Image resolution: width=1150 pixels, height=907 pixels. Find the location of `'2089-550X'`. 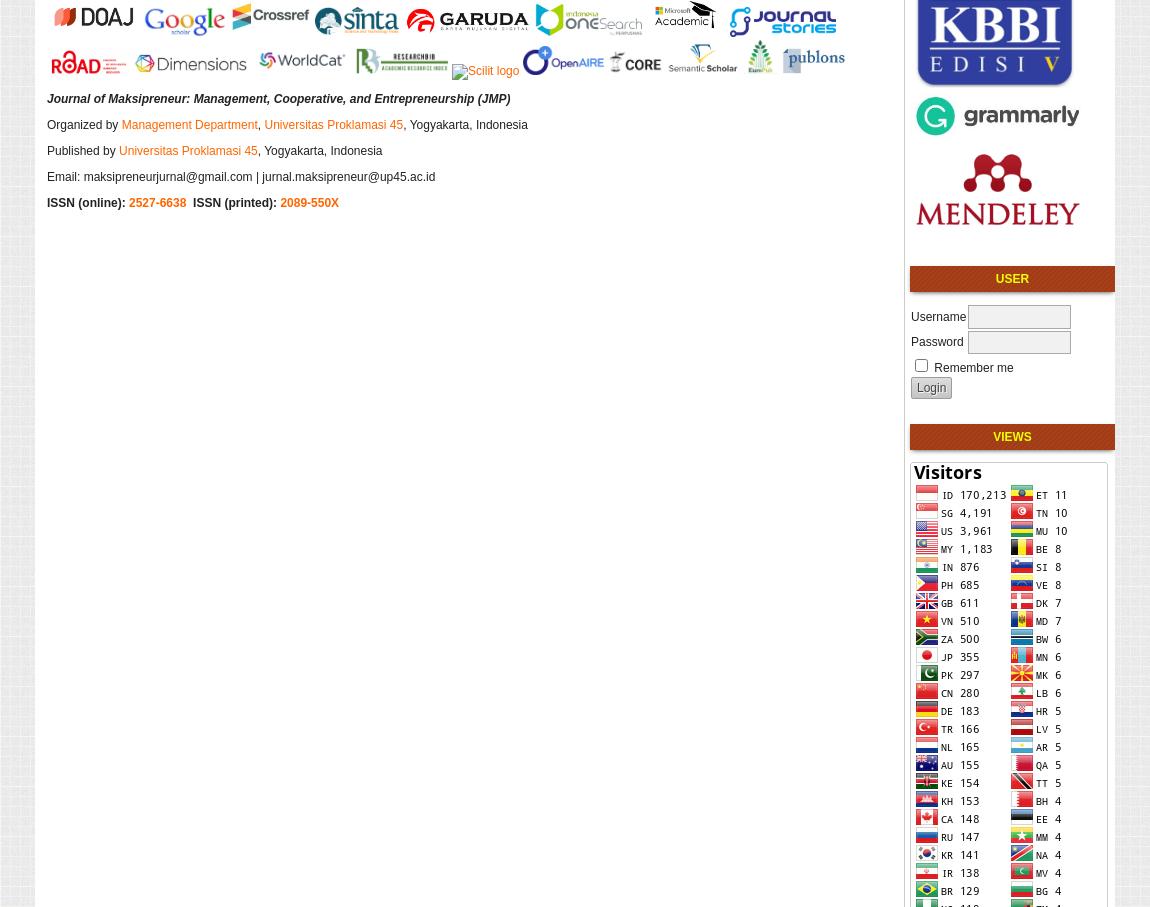

'2089-550X' is located at coordinates (309, 200).